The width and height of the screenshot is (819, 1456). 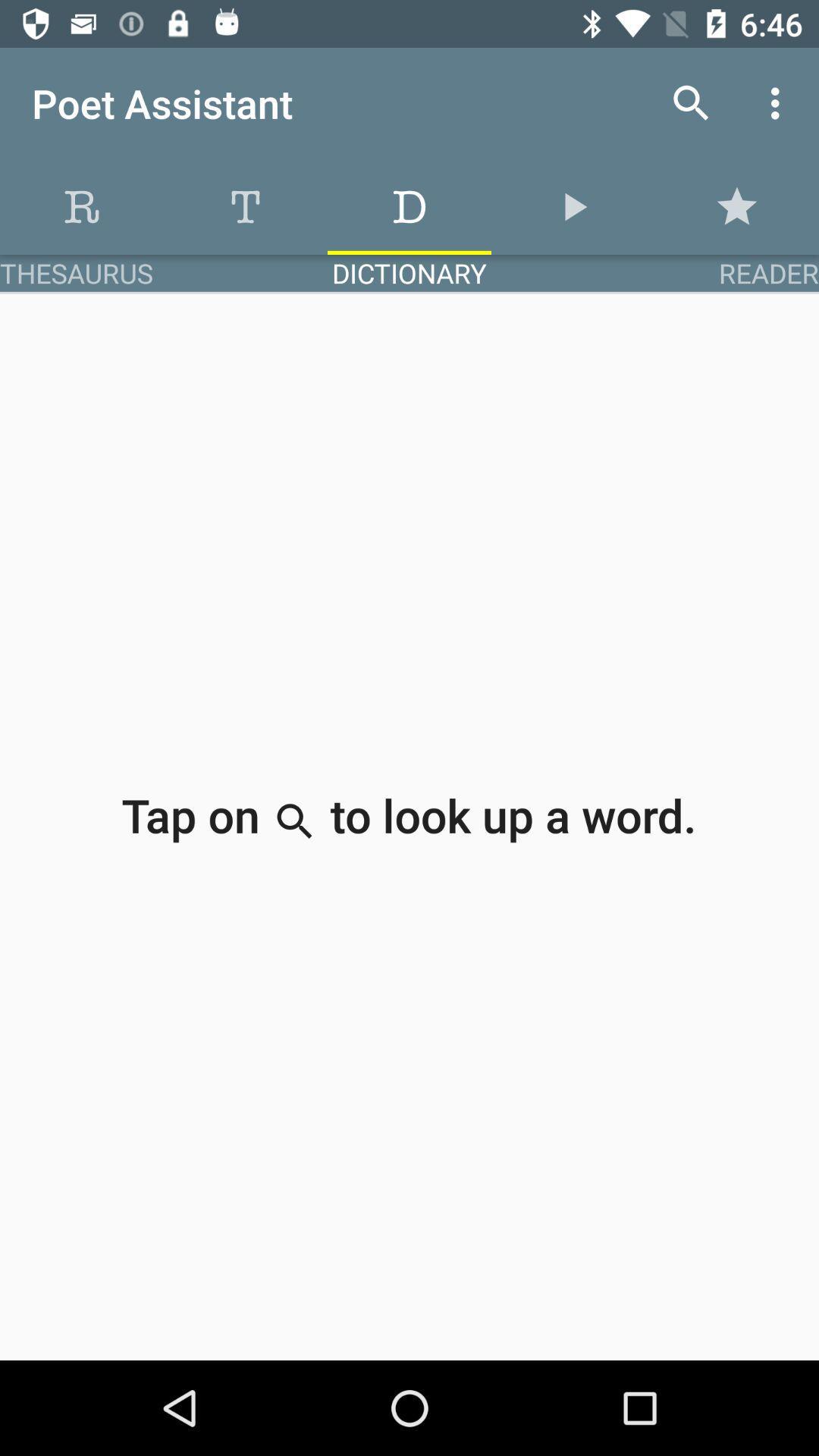 I want to click on item next to the poet assistant, so click(x=691, y=102).